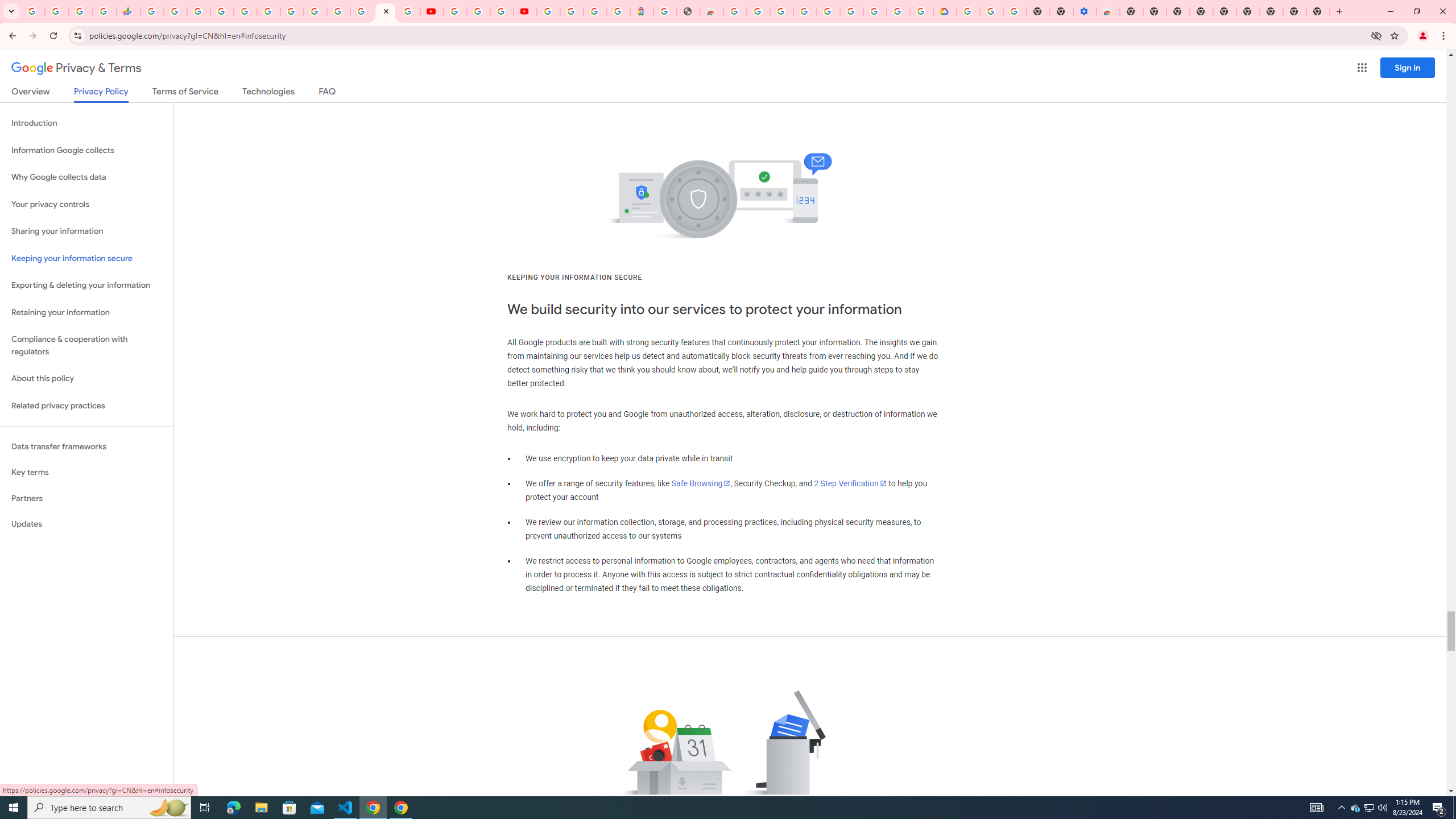 The image size is (1456, 819). I want to click on 'Android TV Policies and Guidelines - Transparency Center', so click(292, 11).